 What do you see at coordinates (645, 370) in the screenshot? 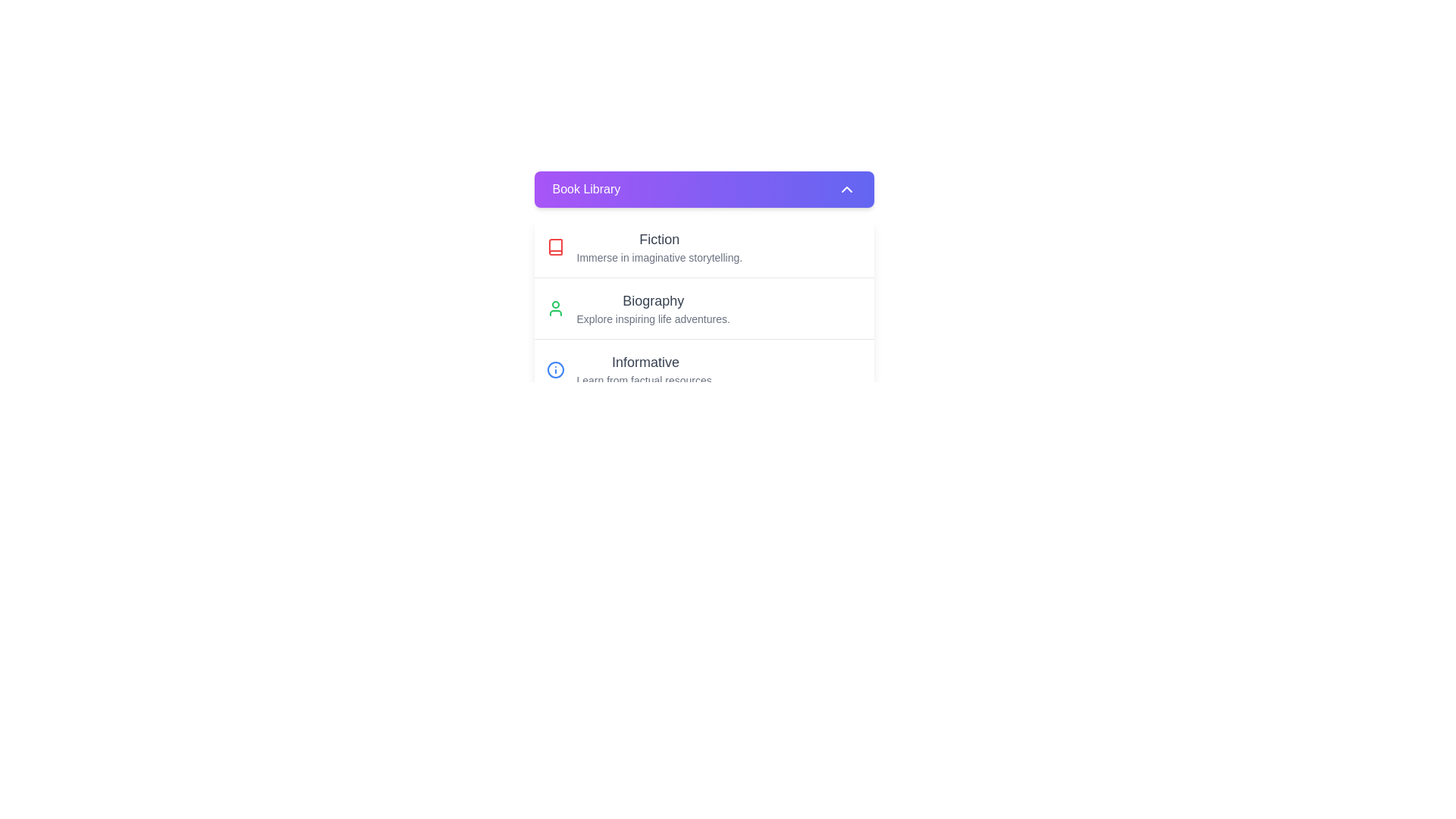
I see `the third item in the vertically aligned list under the header 'Book Library', which serves as a category title for resources that are factual and educational` at bounding box center [645, 370].